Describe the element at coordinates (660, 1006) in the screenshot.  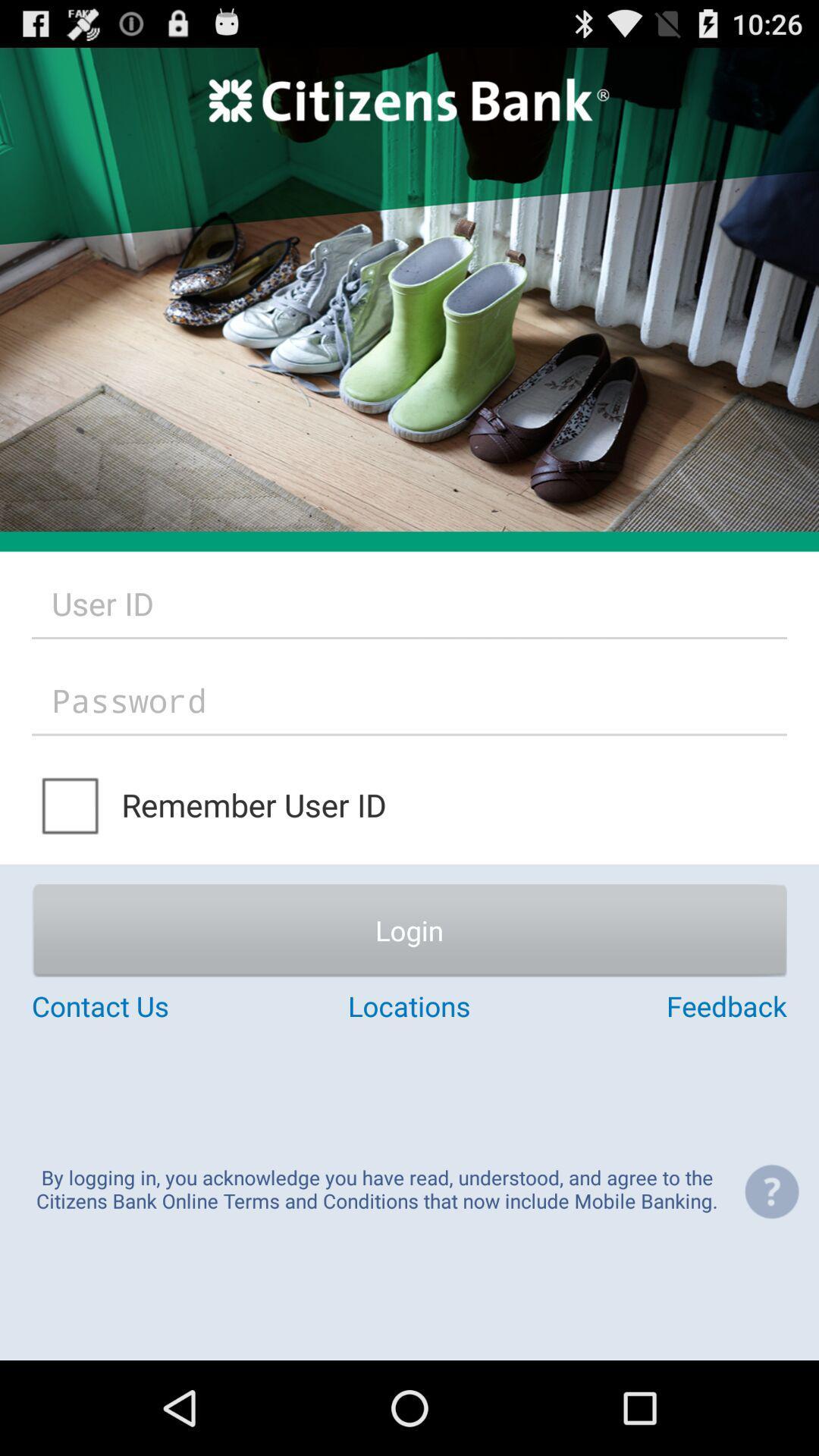
I see `item above the by logging in app` at that location.